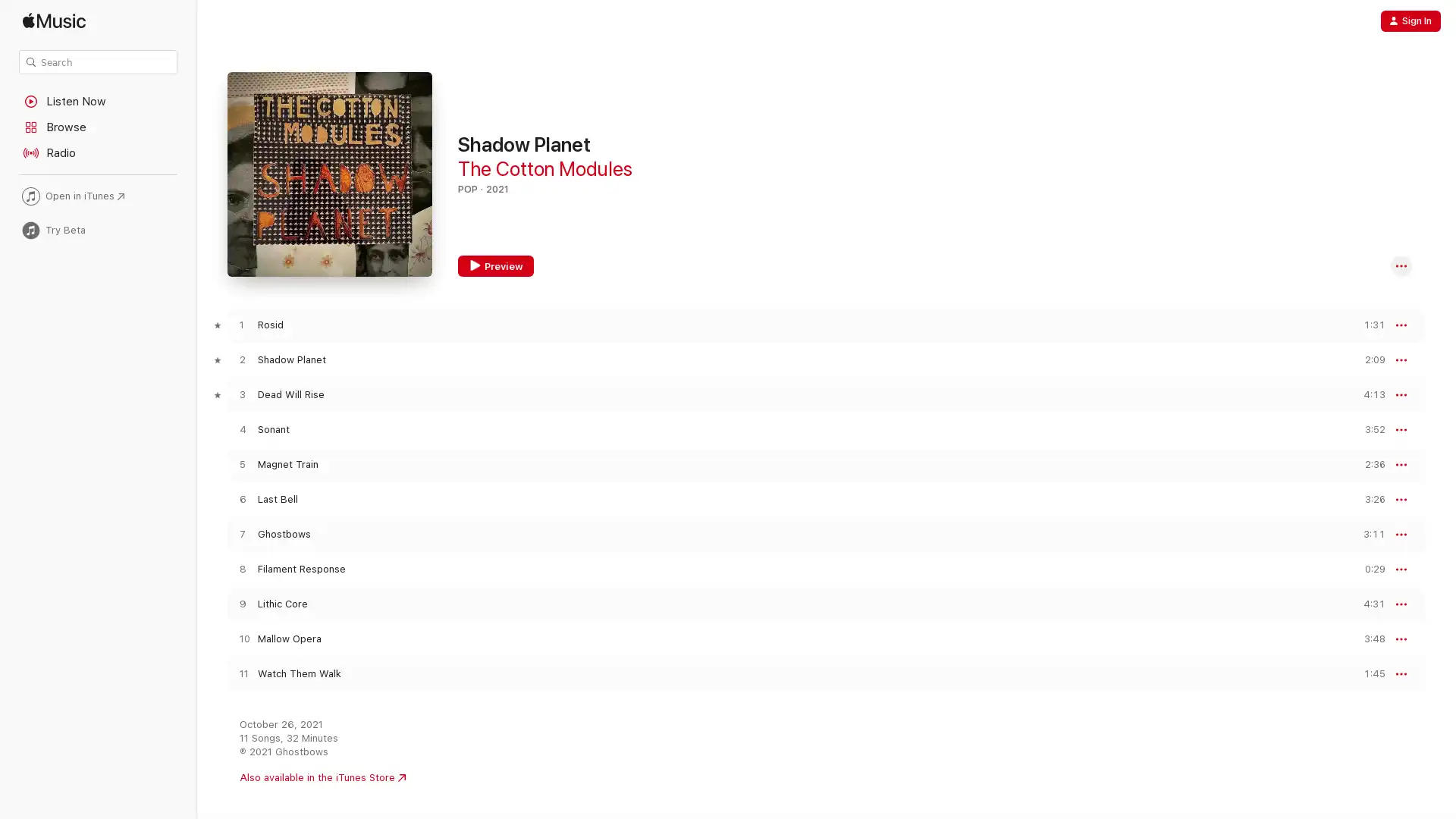  I want to click on More, so click(1401, 534).